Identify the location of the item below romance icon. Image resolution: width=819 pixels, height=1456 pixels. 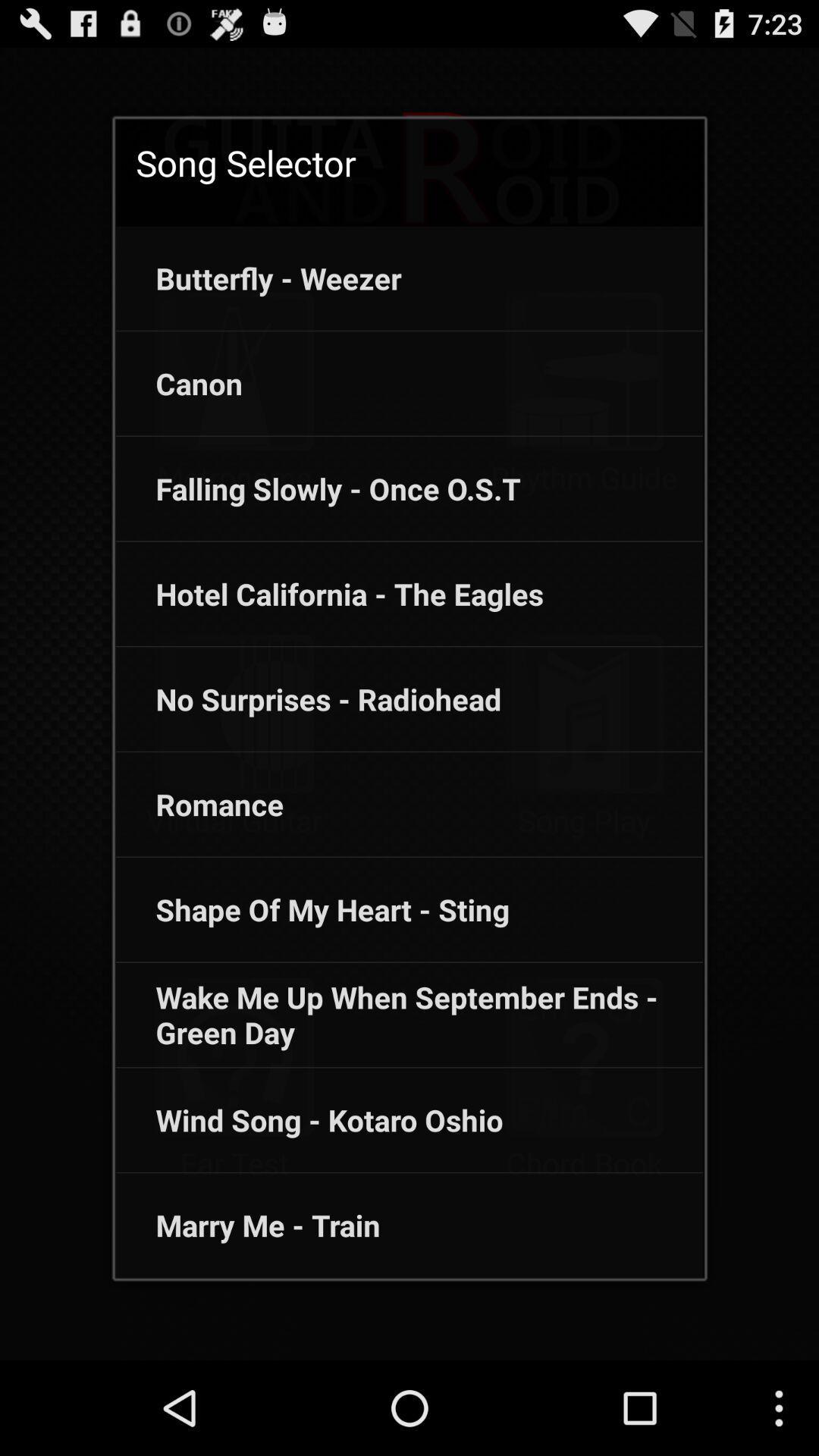
(312, 909).